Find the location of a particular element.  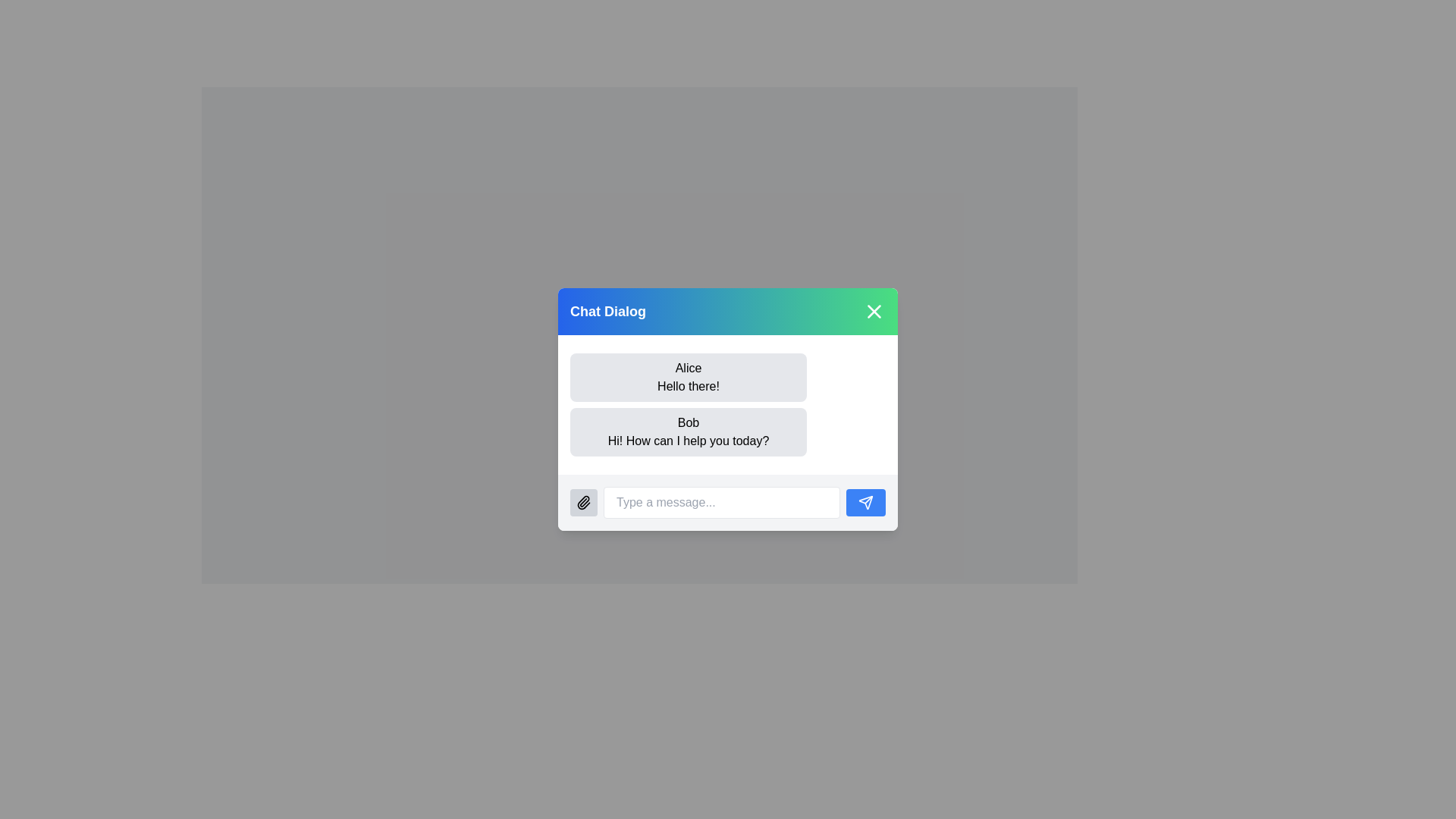

the close button (styled with an 'X' icon on a green background) located in the top-right corner of the header next to 'Chat Dialog' is located at coordinates (874, 311).